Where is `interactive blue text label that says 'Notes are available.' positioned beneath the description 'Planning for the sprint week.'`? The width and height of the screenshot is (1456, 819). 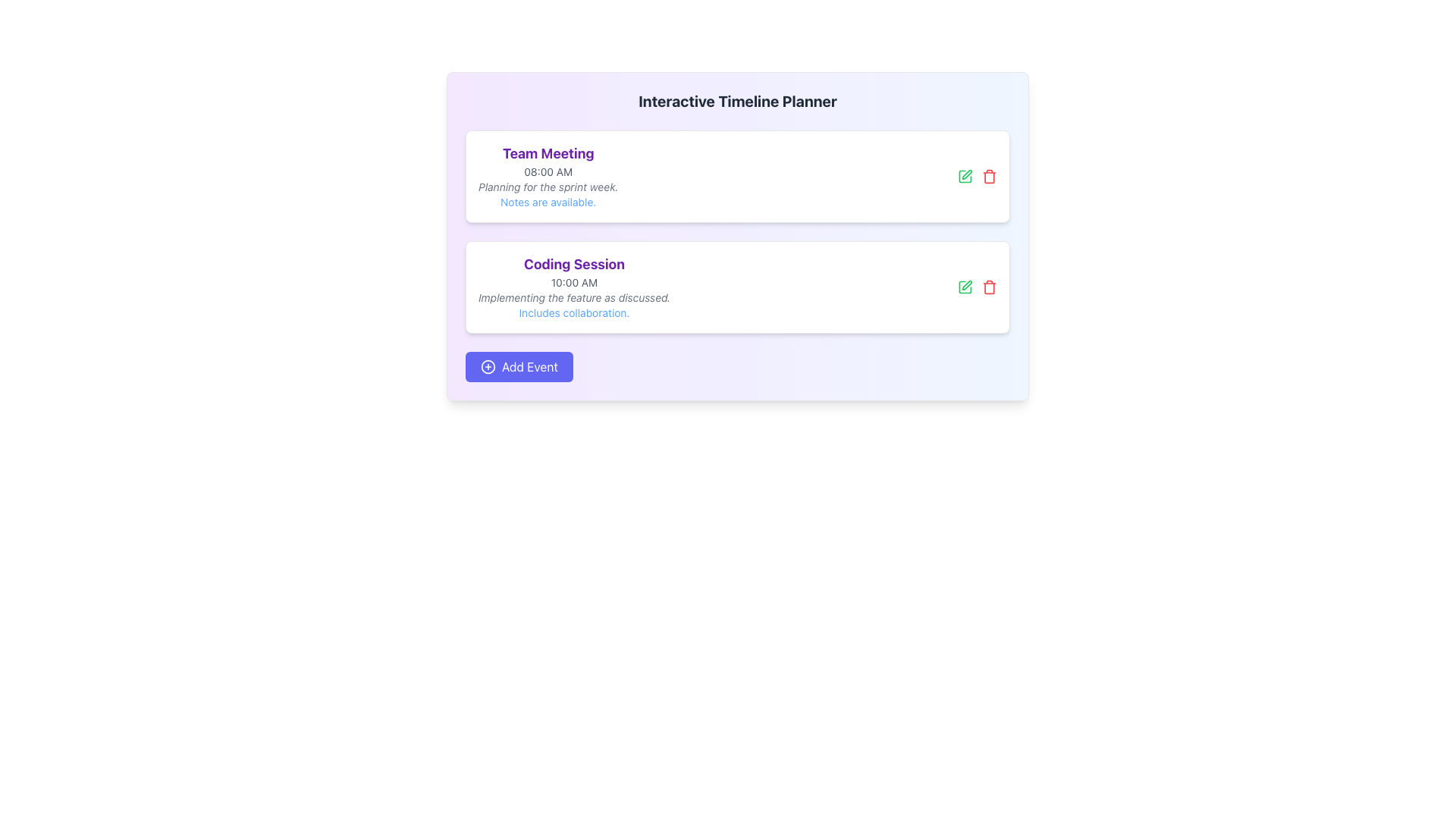
interactive blue text label that says 'Notes are available.' positioned beneath the description 'Planning for the sprint week.' is located at coordinates (548, 201).